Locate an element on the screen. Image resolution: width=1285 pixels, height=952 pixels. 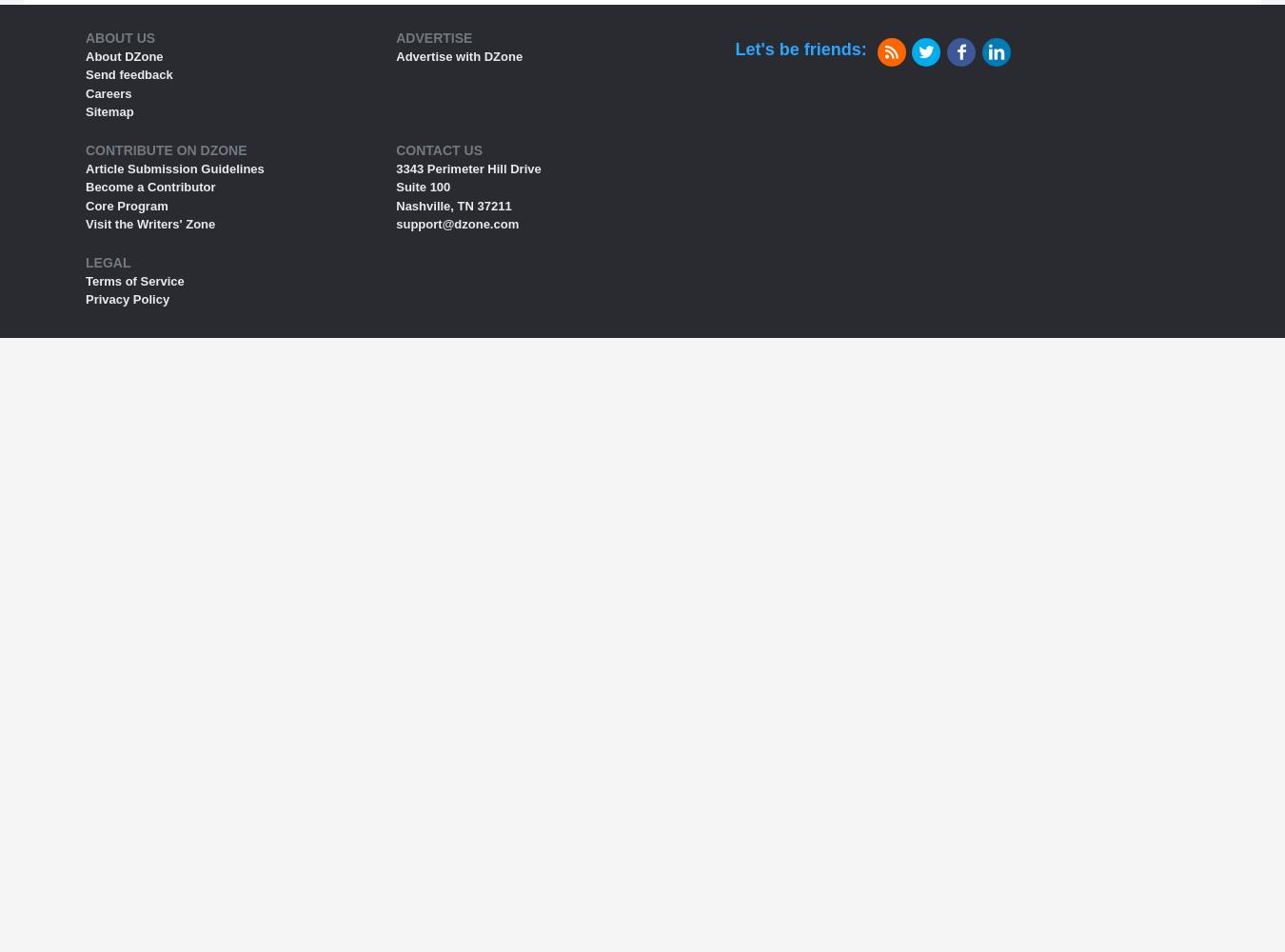
'About DZone' is located at coordinates (124, 55).